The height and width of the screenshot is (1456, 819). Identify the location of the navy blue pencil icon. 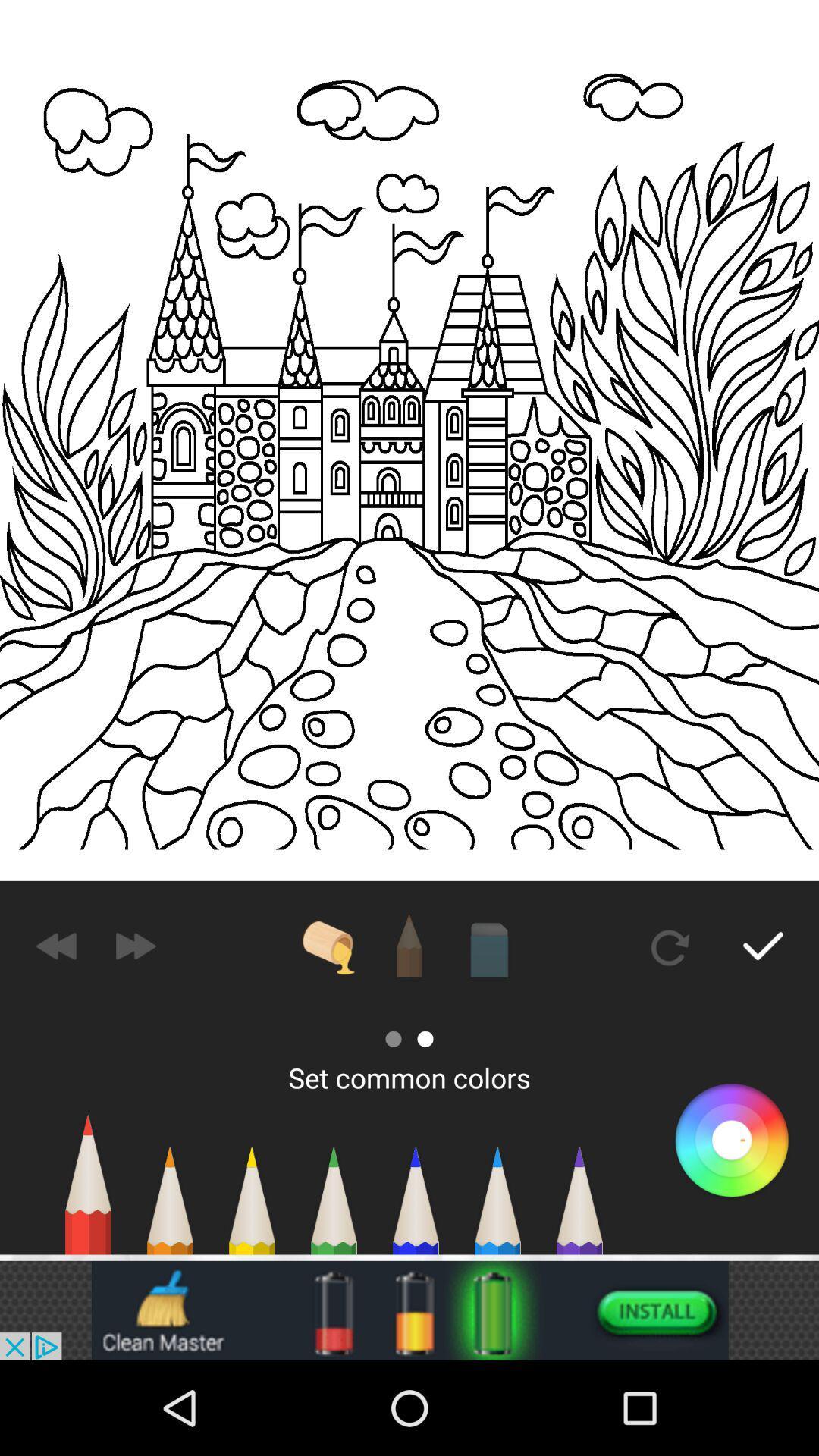
(416, 1207).